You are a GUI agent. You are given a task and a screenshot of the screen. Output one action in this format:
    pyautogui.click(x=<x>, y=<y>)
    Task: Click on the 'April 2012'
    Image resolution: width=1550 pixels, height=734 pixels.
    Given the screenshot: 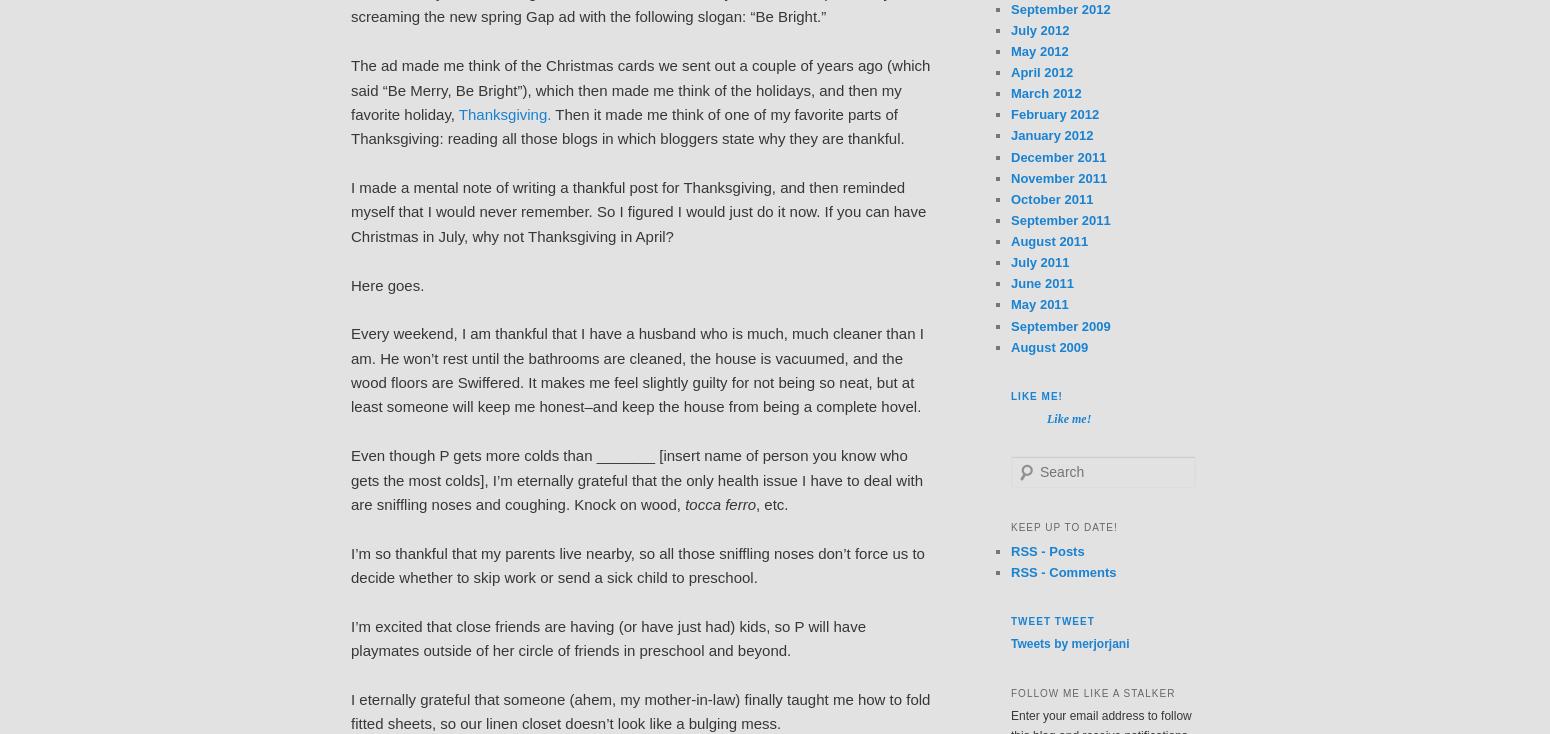 What is the action you would take?
    pyautogui.click(x=1042, y=72)
    